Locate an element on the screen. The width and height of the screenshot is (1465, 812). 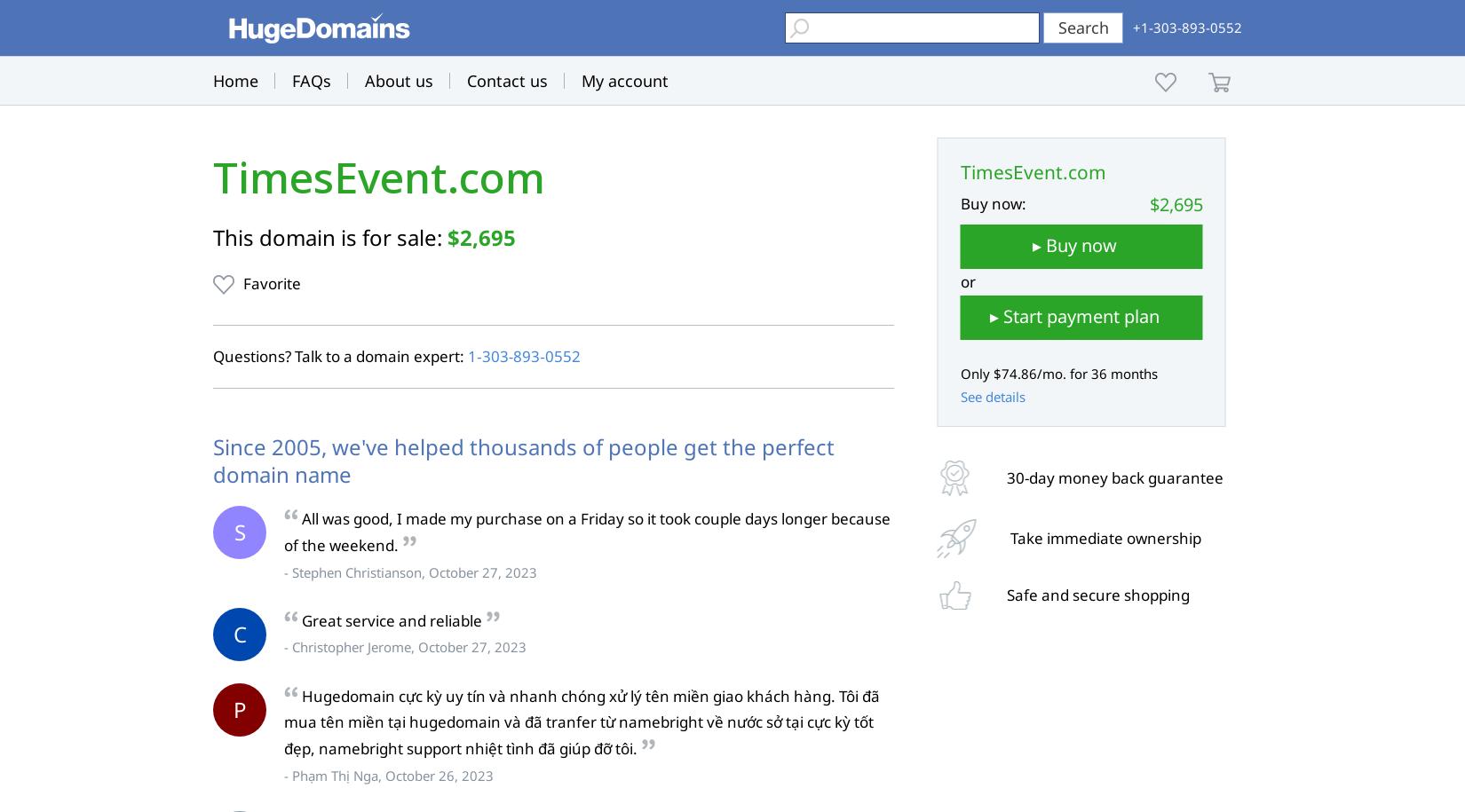
'Search' is located at coordinates (1082, 28).